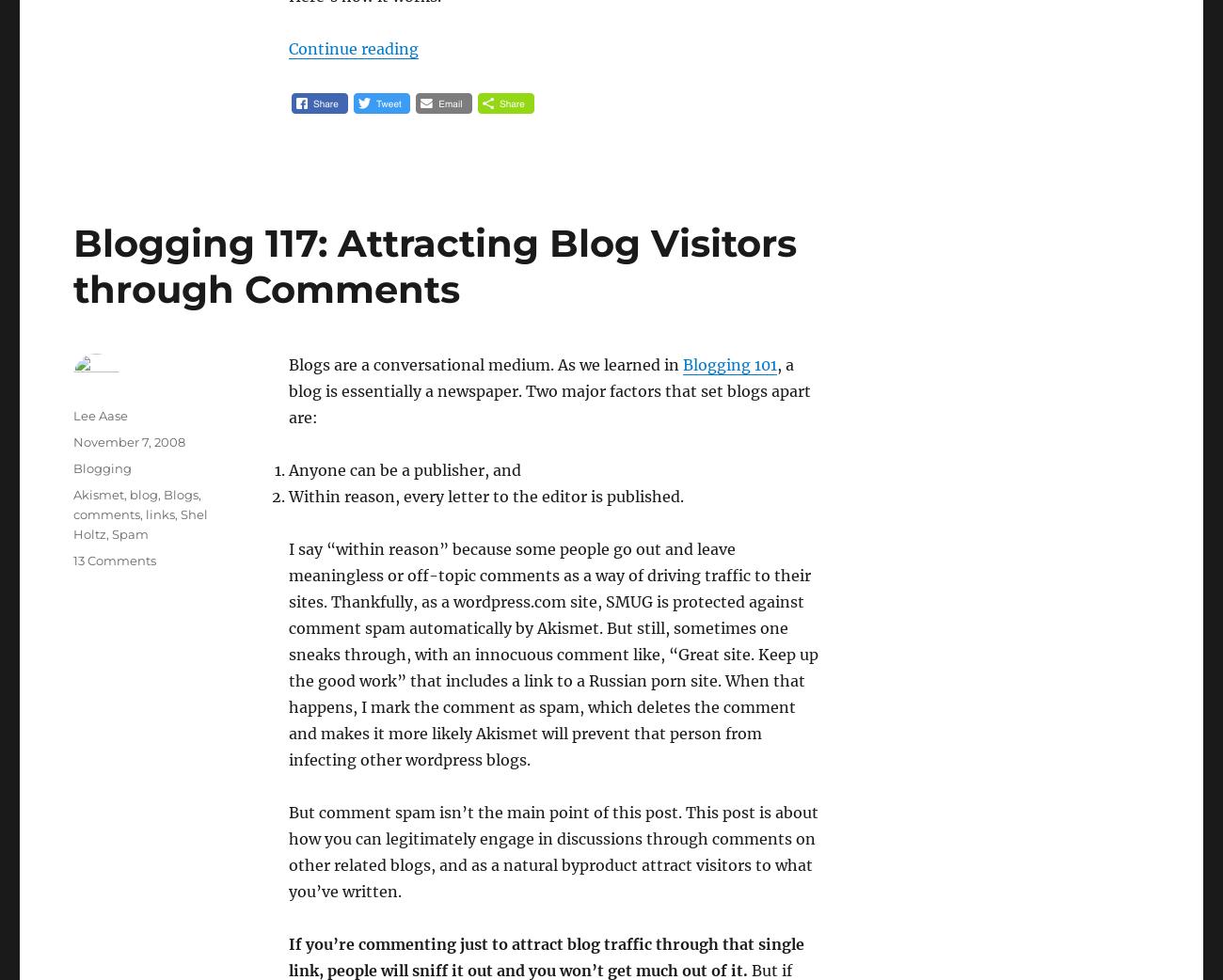  I want to click on 'Anyone can be a publisher, and', so click(404, 469).